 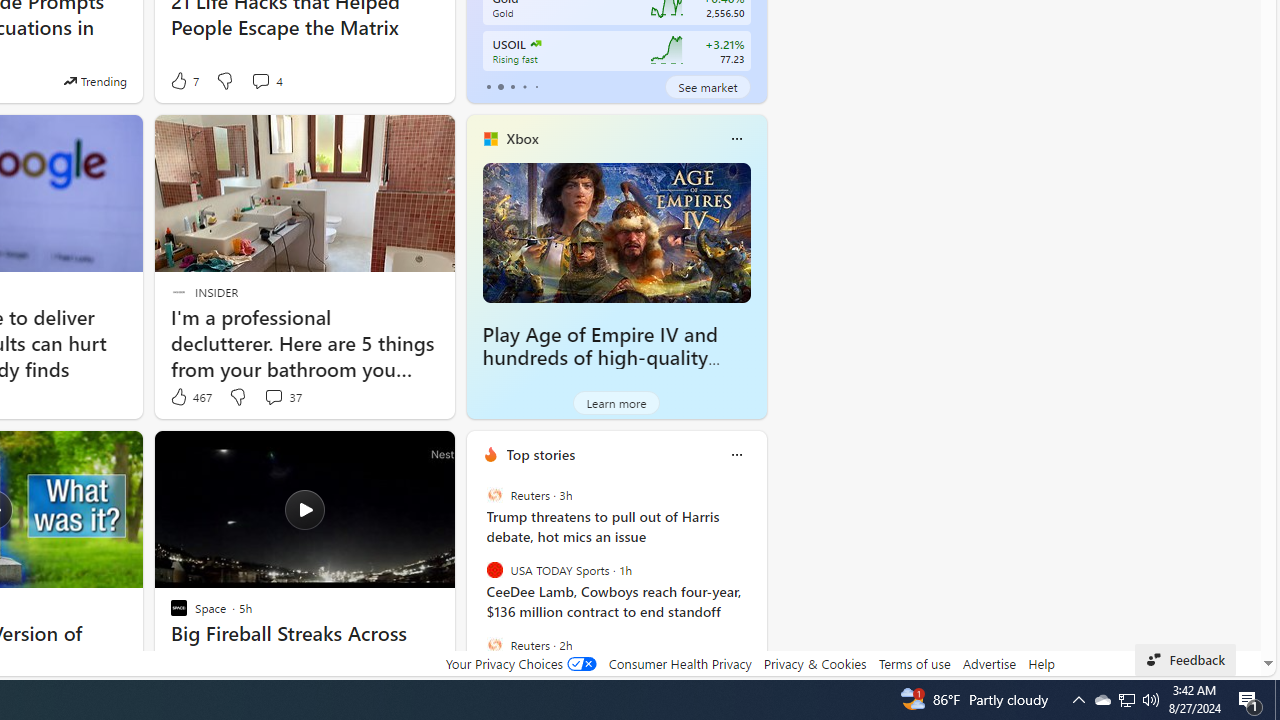 I want to click on 'View comments 37 Comment', so click(x=281, y=397).